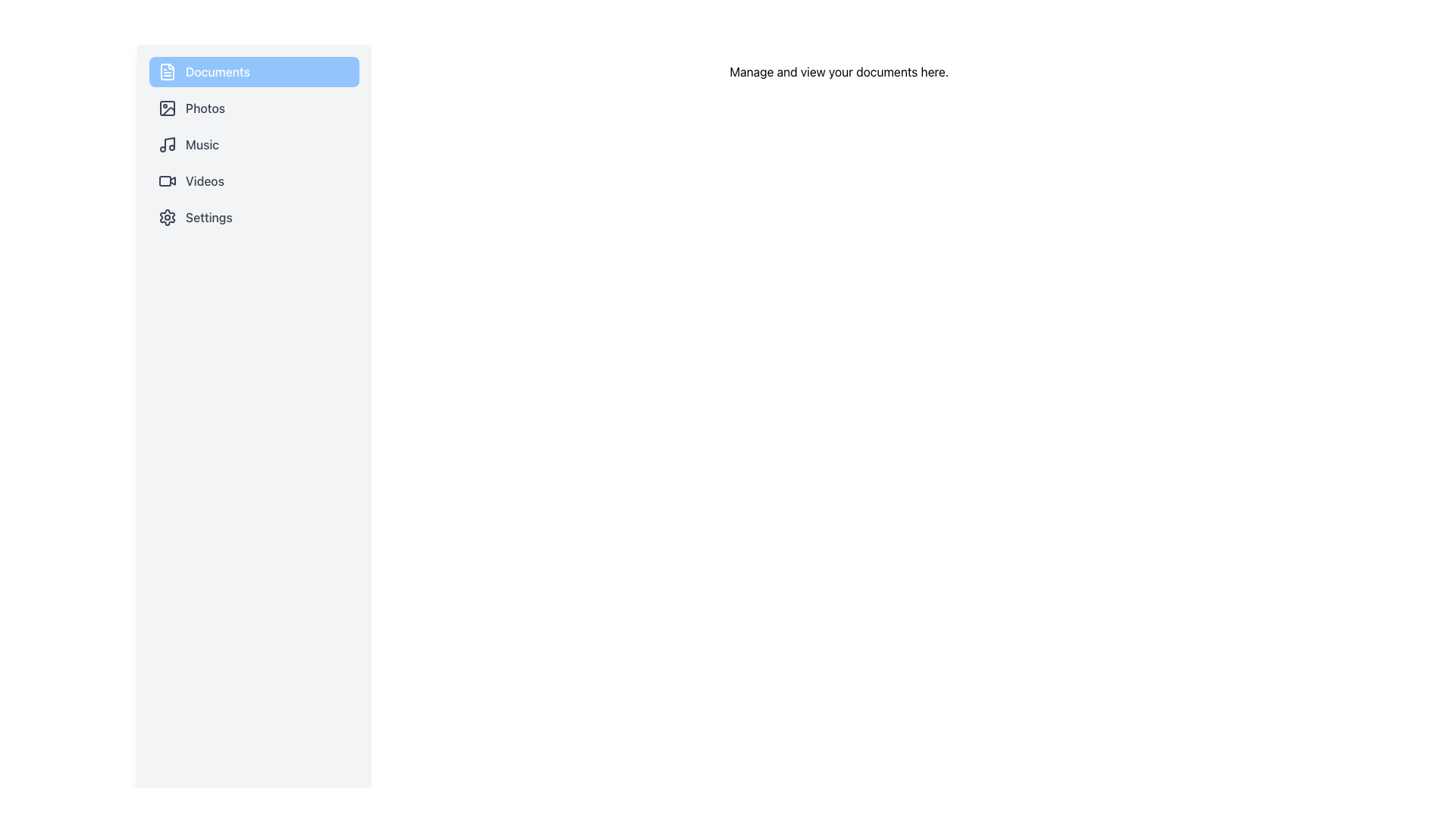 This screenshot has height=819, width=1456. What do you see at coordinates (172, 180) in the screenshot?
I see `the triangular play icon located in the sidebar navigation menu, positioned to the left of the 'Videos' label` at bounding box center [172, 180].